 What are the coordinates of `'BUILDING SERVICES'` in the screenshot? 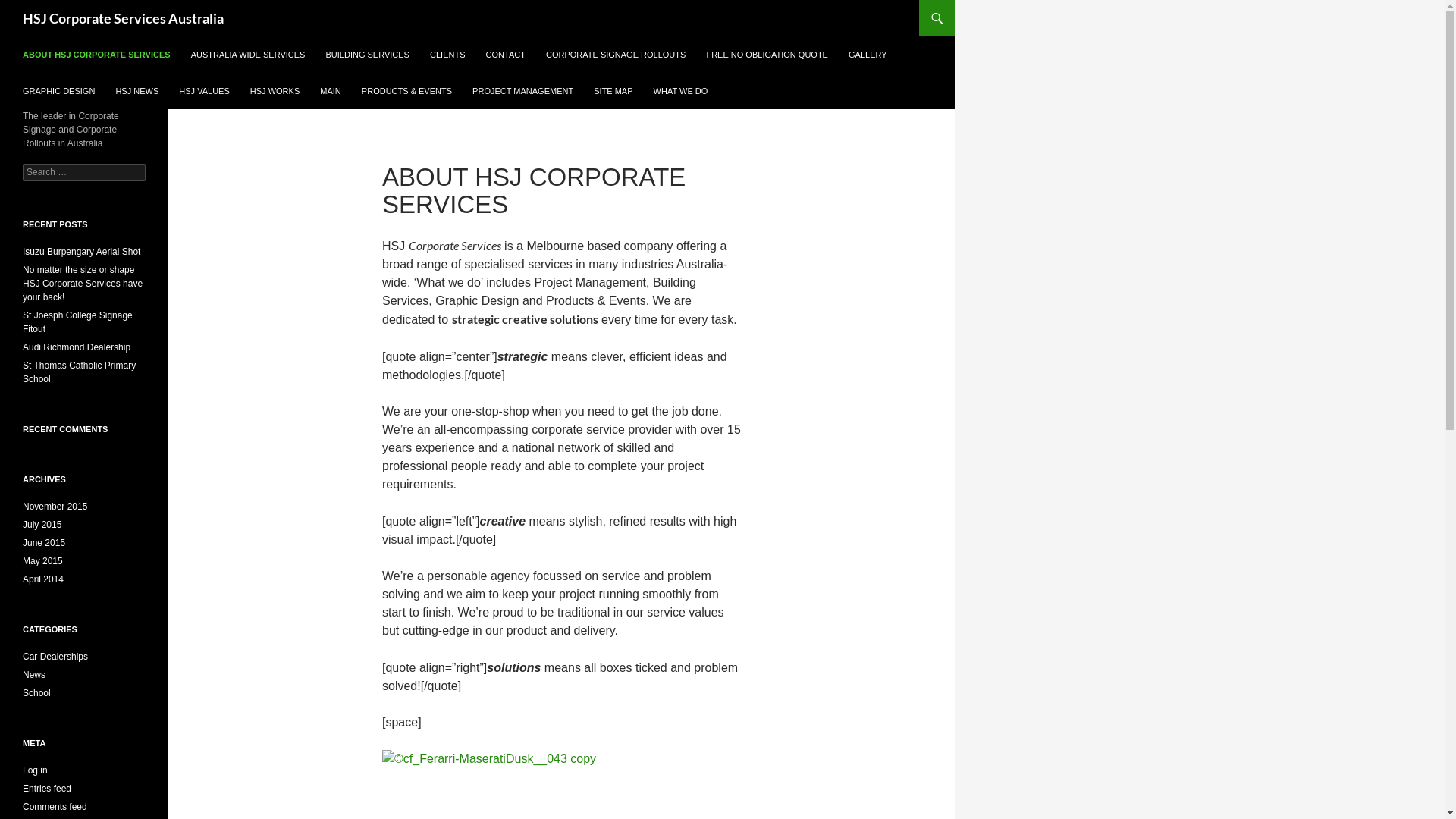 It's located at (367, 54).